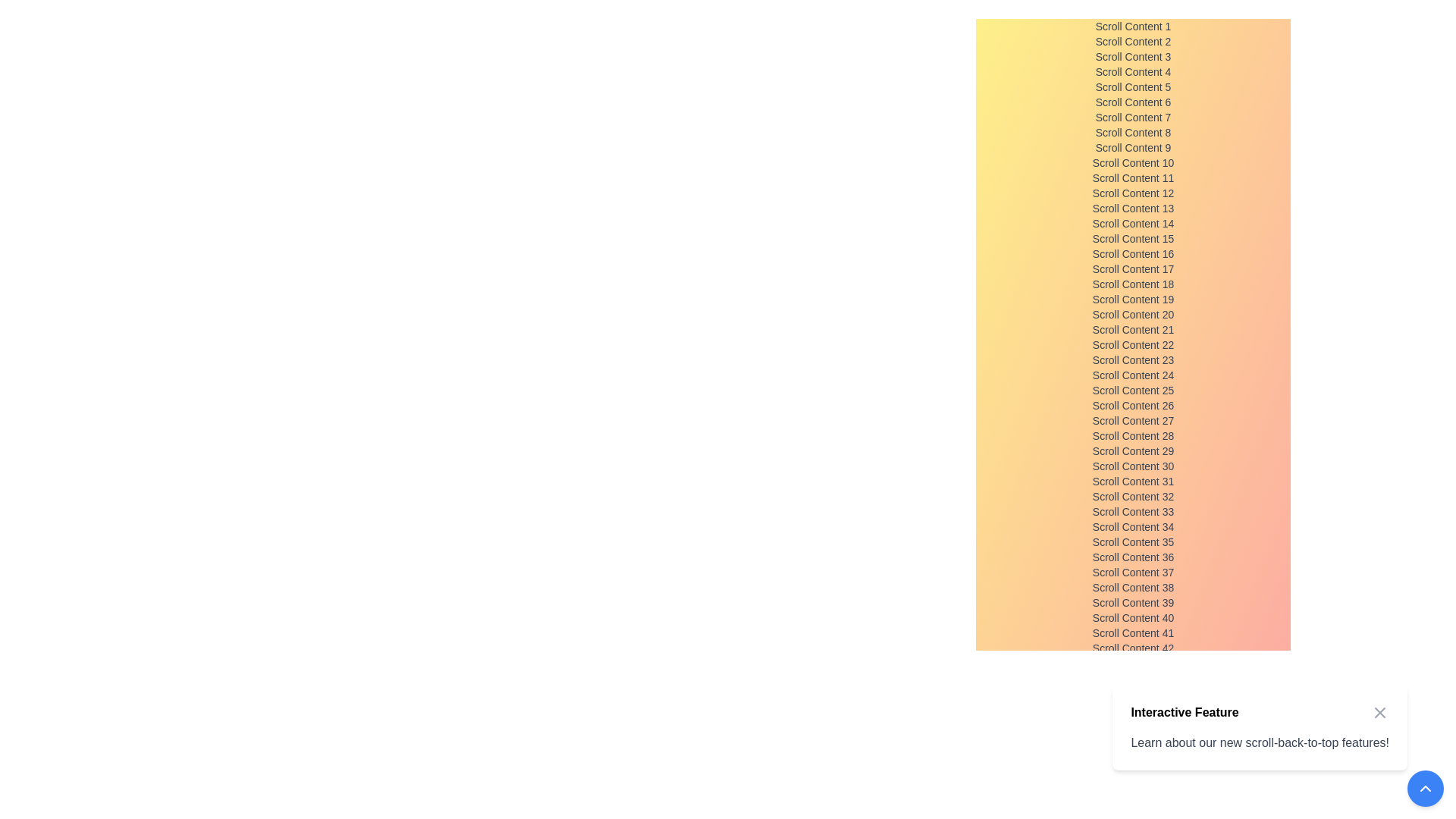 The image size is (1456, 819). I want to click on the 24th Text label in the scrollable list, which represents an item titled 'Scroll Content 24', so click(1133, 375).